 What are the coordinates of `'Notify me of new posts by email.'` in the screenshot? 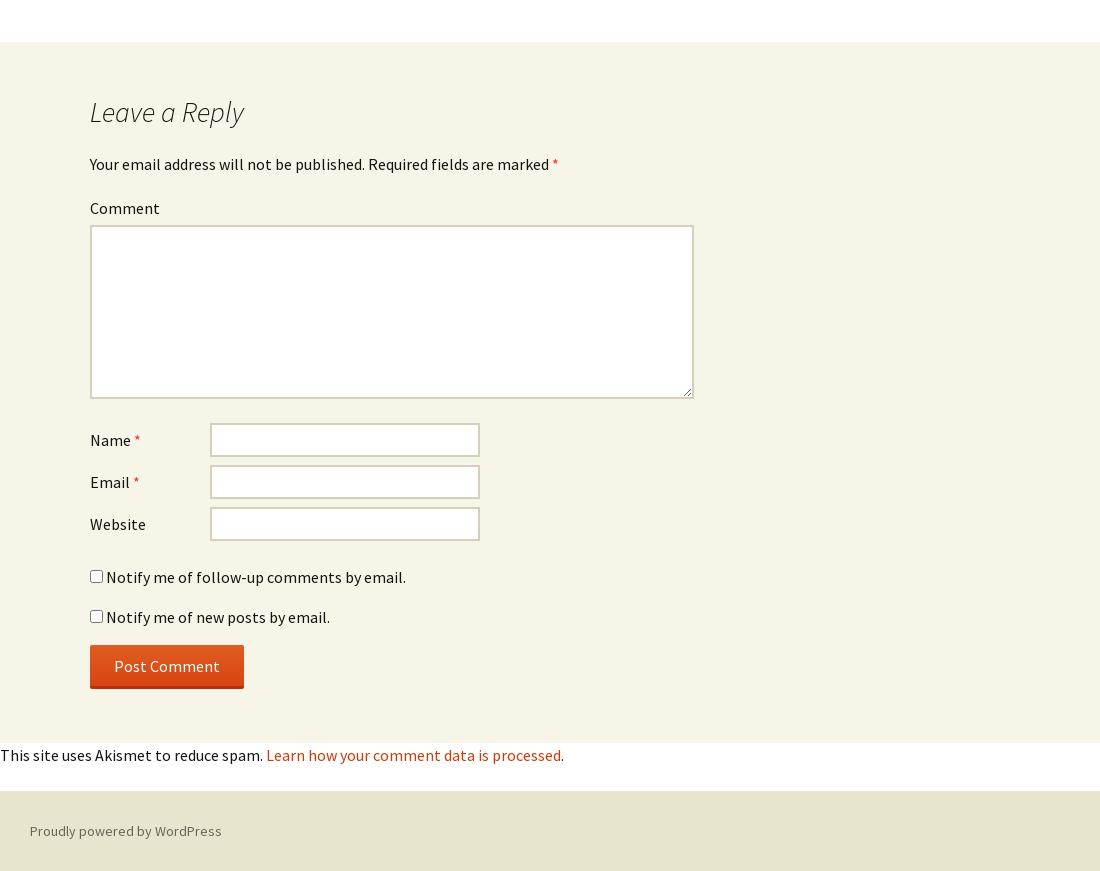 It's located at (218, 616).